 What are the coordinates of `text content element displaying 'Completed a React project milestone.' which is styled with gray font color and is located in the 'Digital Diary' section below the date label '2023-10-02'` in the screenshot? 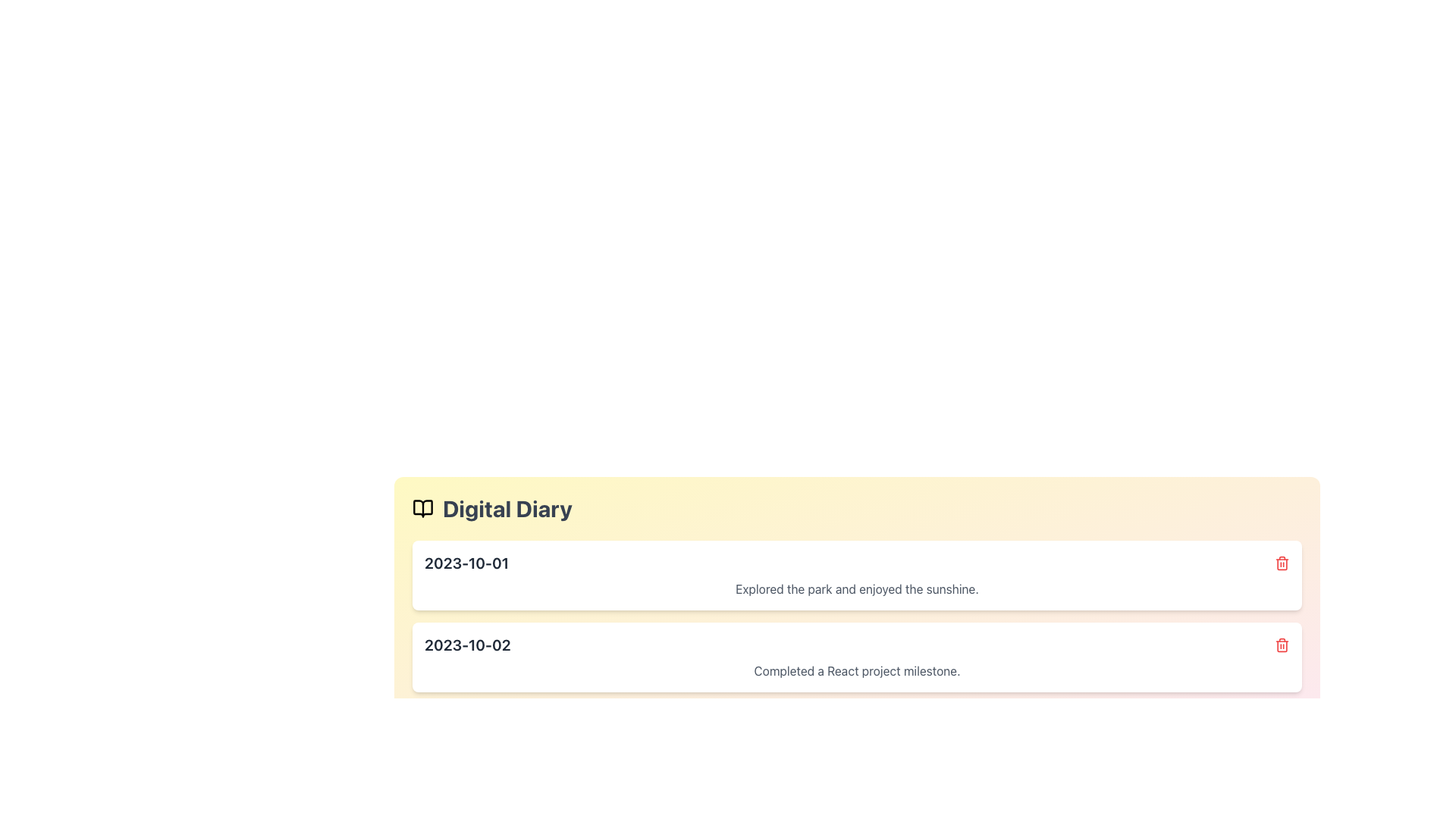 It's located at (857, 670).